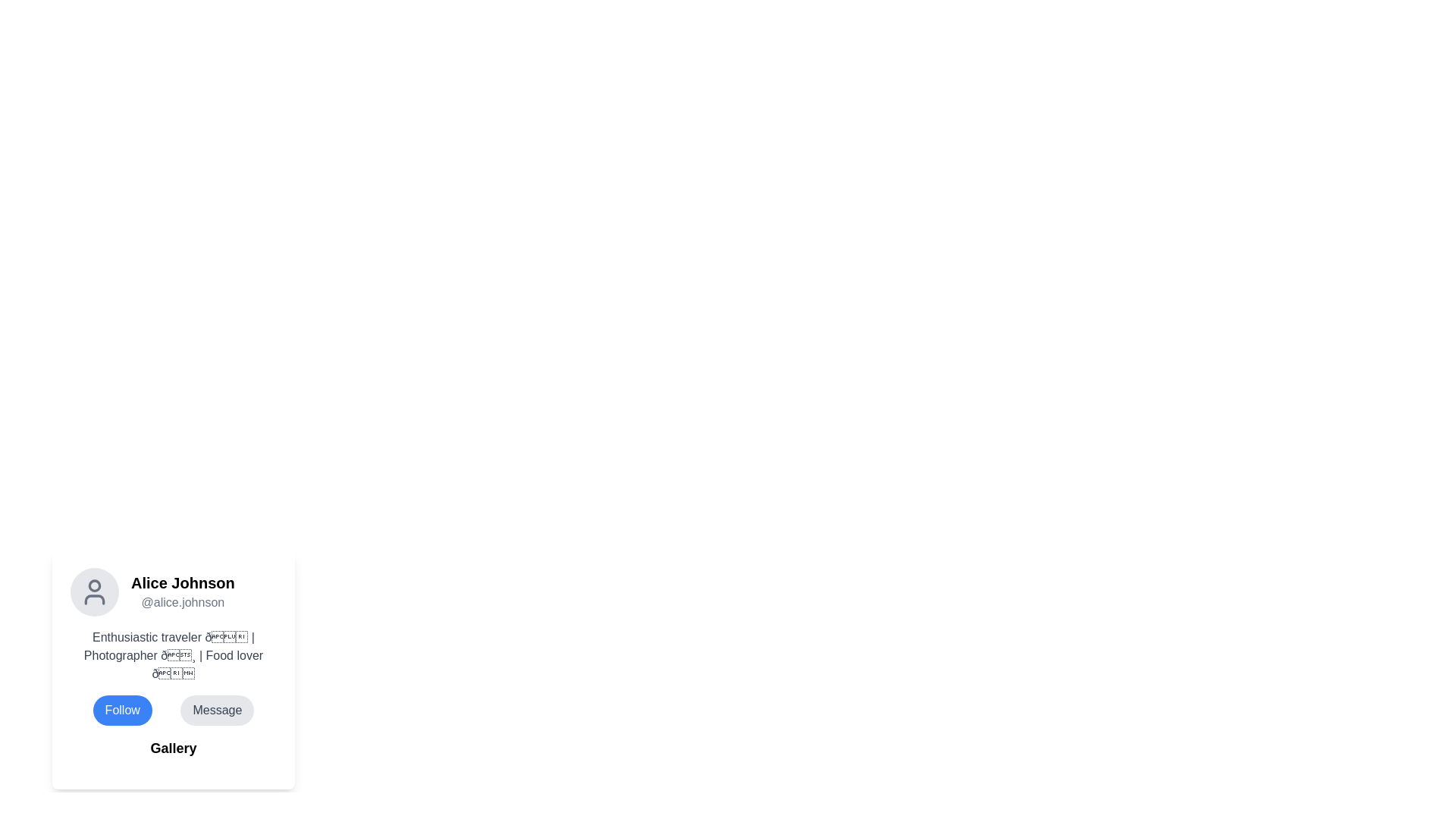 This screenshot has width=1456, height=819. What do you see at coordinates (93, 585) in the screenshot?
I see `the head graphic component in the user icon design, which is positioned at the top of the icon and above the shoulders` at bounding box center [93, 585].